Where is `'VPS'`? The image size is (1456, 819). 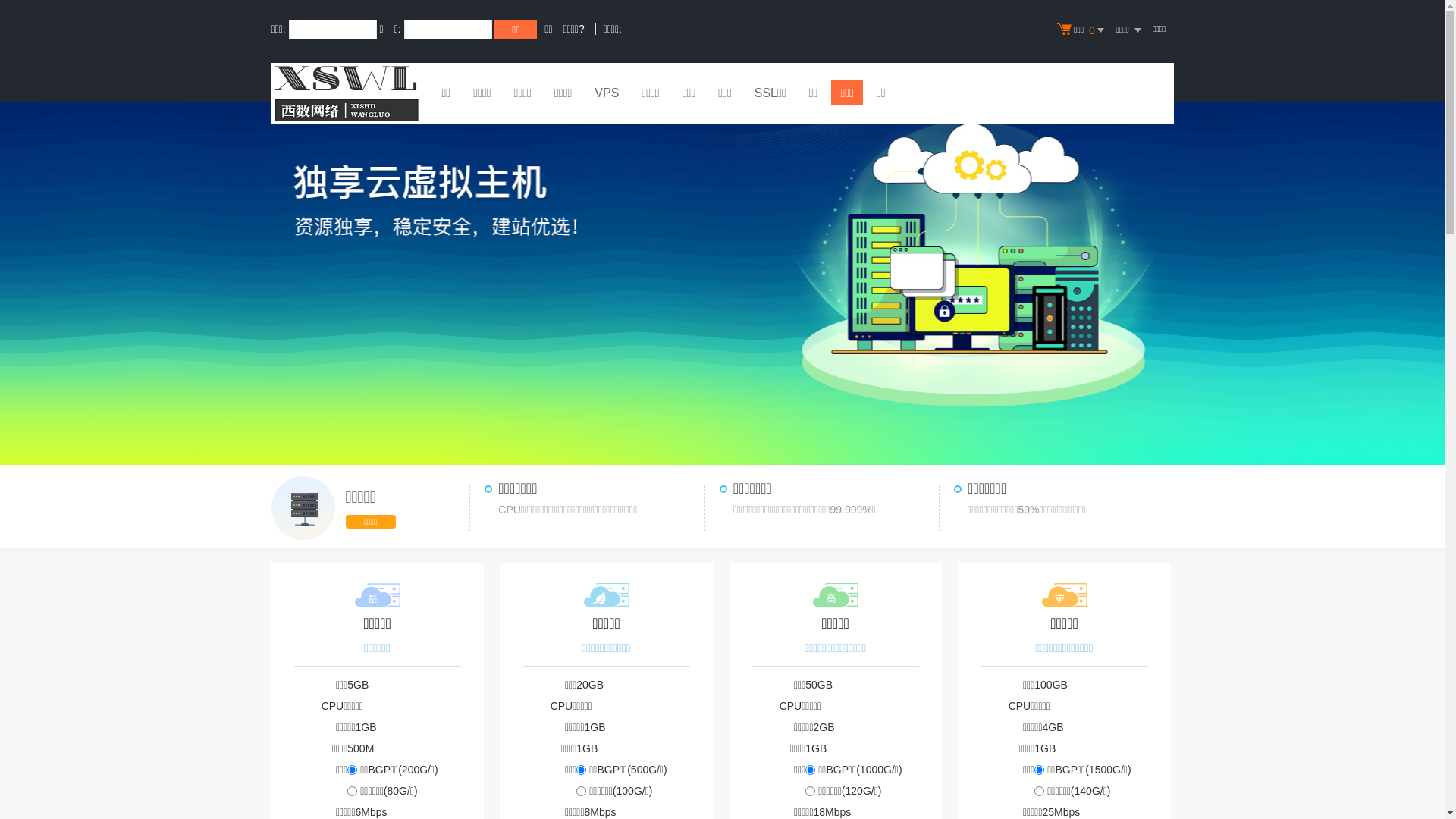
'VPS' is located at coordinates (607, 94).